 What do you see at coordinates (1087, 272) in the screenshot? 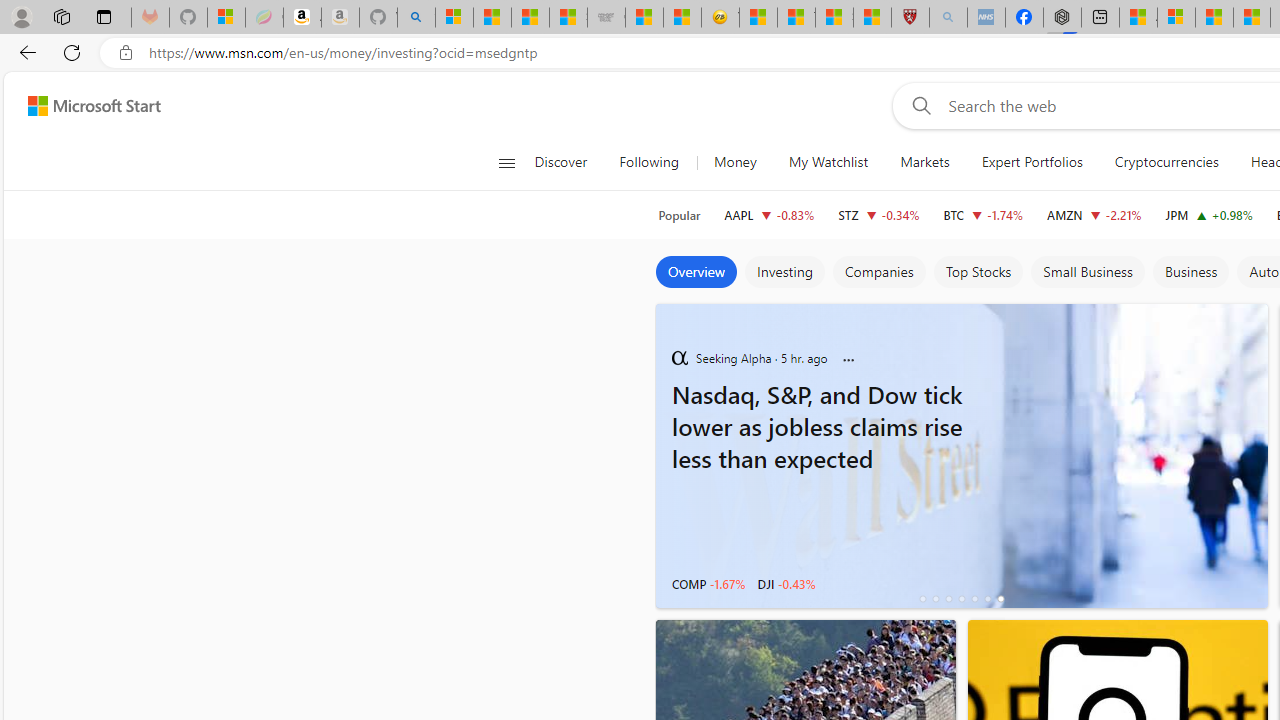
I see `'Small Business'` at bounding box center [1087, 272].